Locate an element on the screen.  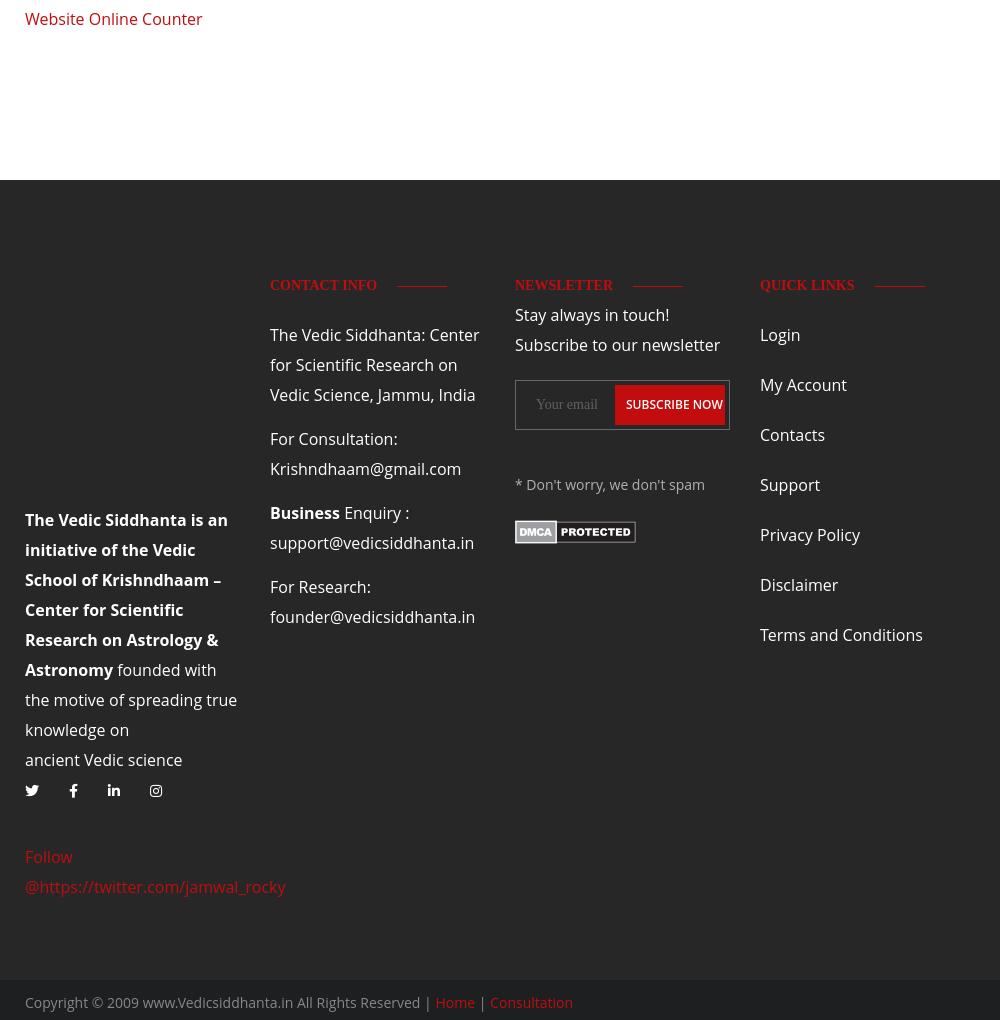
'Vedic' is located at coordinates (102, 758).